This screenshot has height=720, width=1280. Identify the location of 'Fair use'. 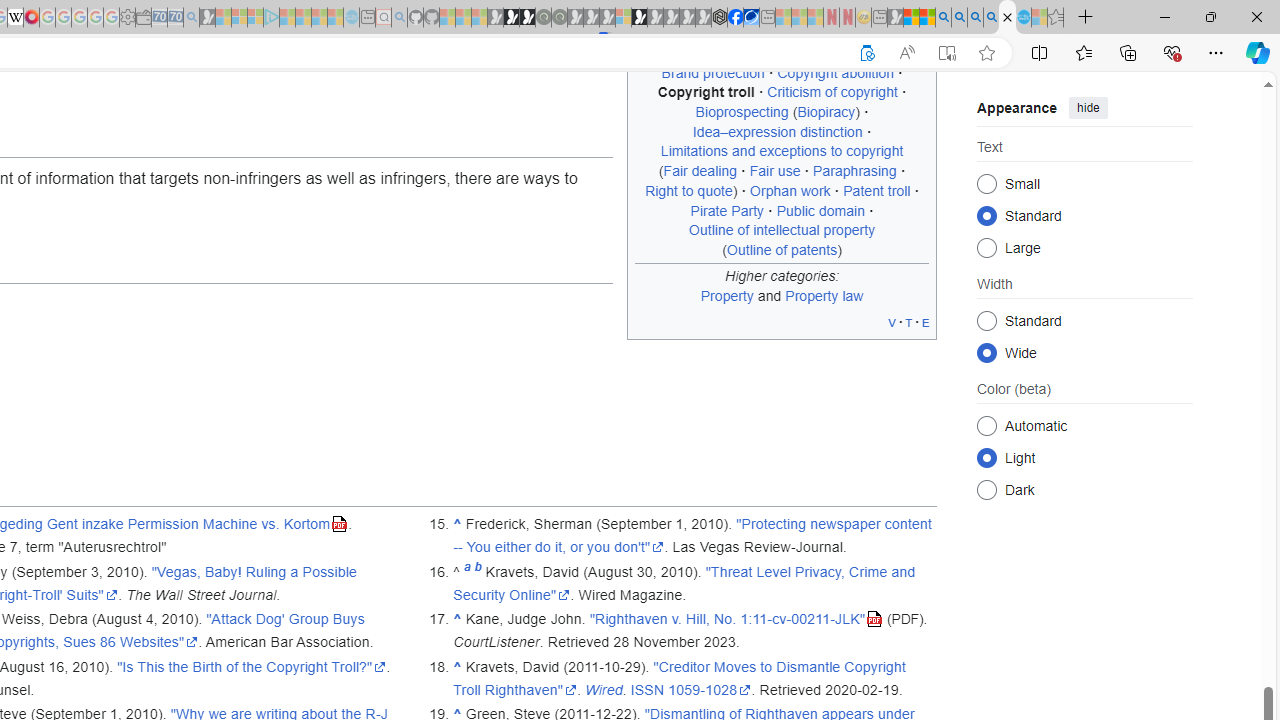
(774, 170).